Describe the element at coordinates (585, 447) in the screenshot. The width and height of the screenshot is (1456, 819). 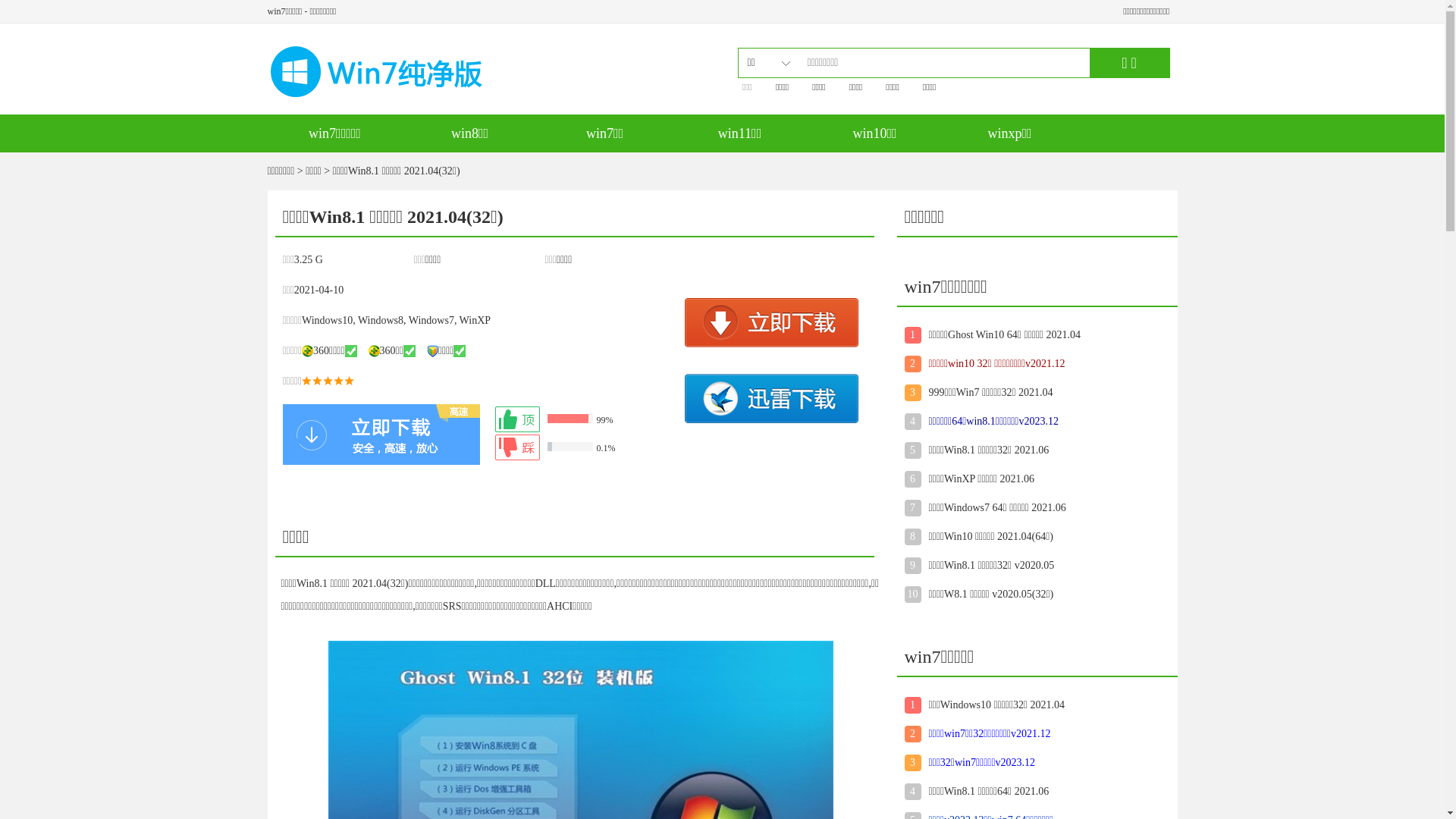
I see `'0.1%'` at that location.